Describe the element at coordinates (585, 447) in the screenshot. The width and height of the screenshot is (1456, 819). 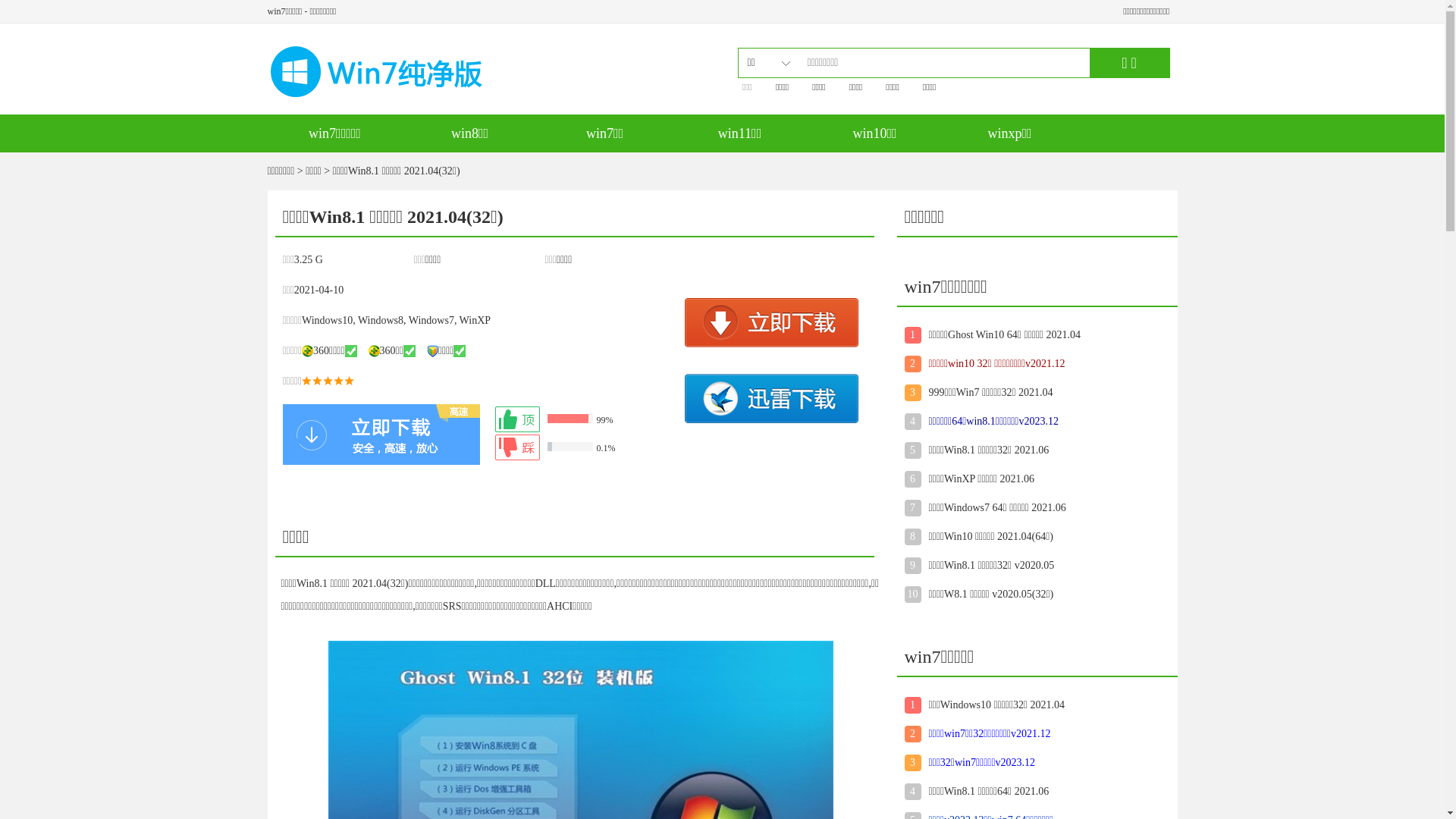
I see `'0.1%'` at that location.